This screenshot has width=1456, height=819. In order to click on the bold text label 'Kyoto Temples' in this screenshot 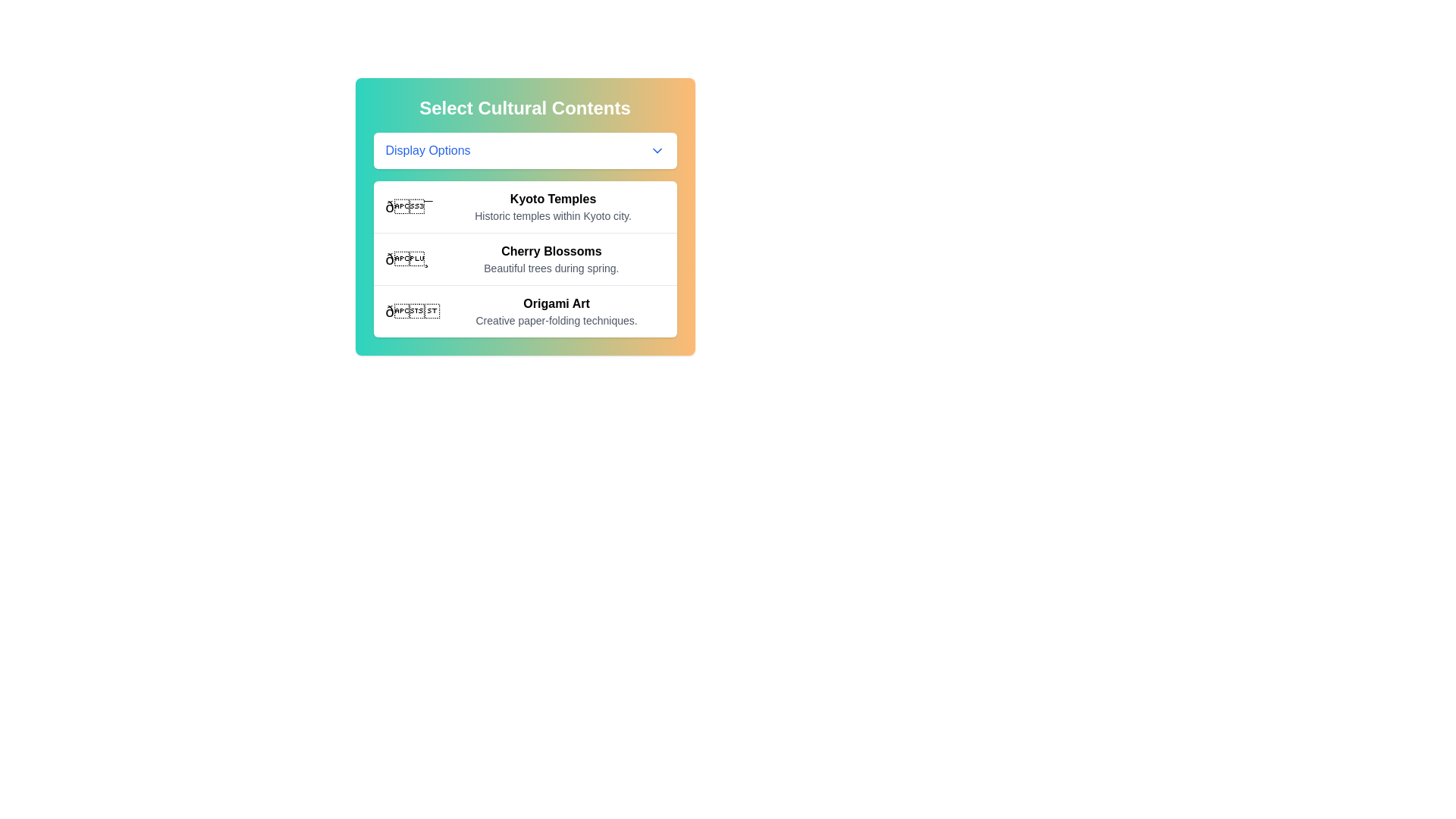, I will do `click(552, 198)`.